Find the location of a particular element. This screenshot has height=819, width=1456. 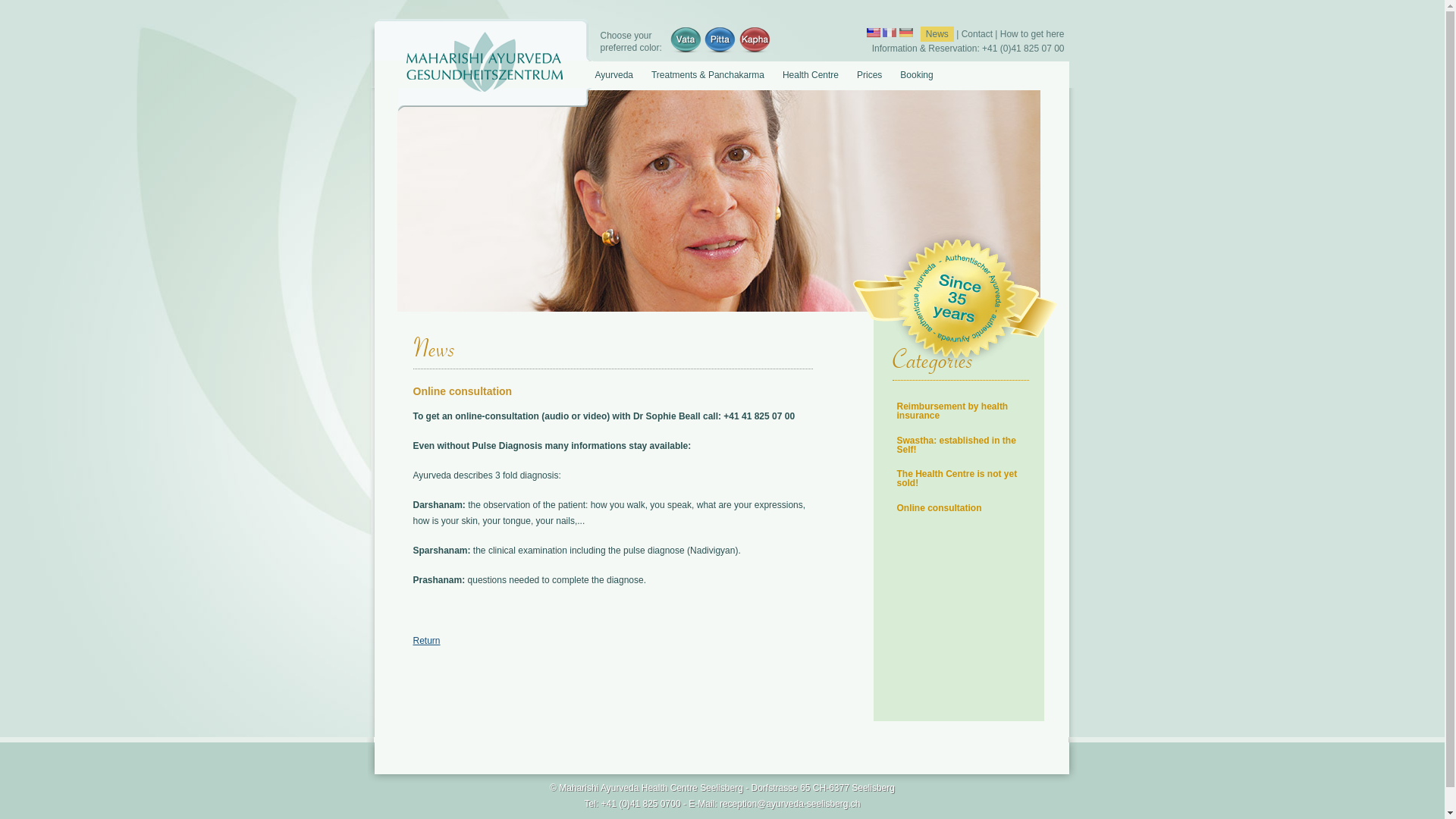

'Booking' is located at coordinates (890, 74).